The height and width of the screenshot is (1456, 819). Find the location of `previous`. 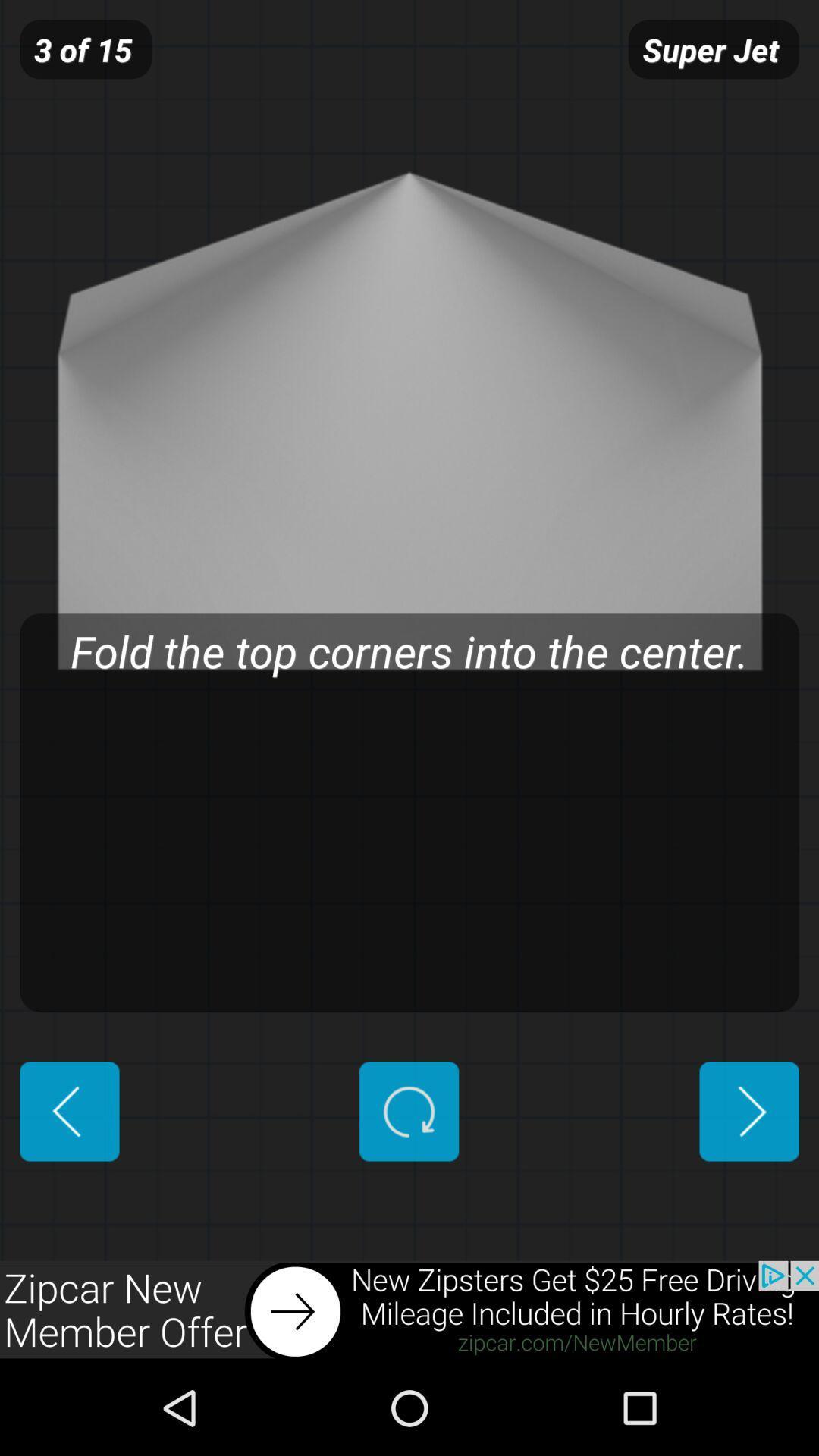

previous is located at coordinates (748, 1111).